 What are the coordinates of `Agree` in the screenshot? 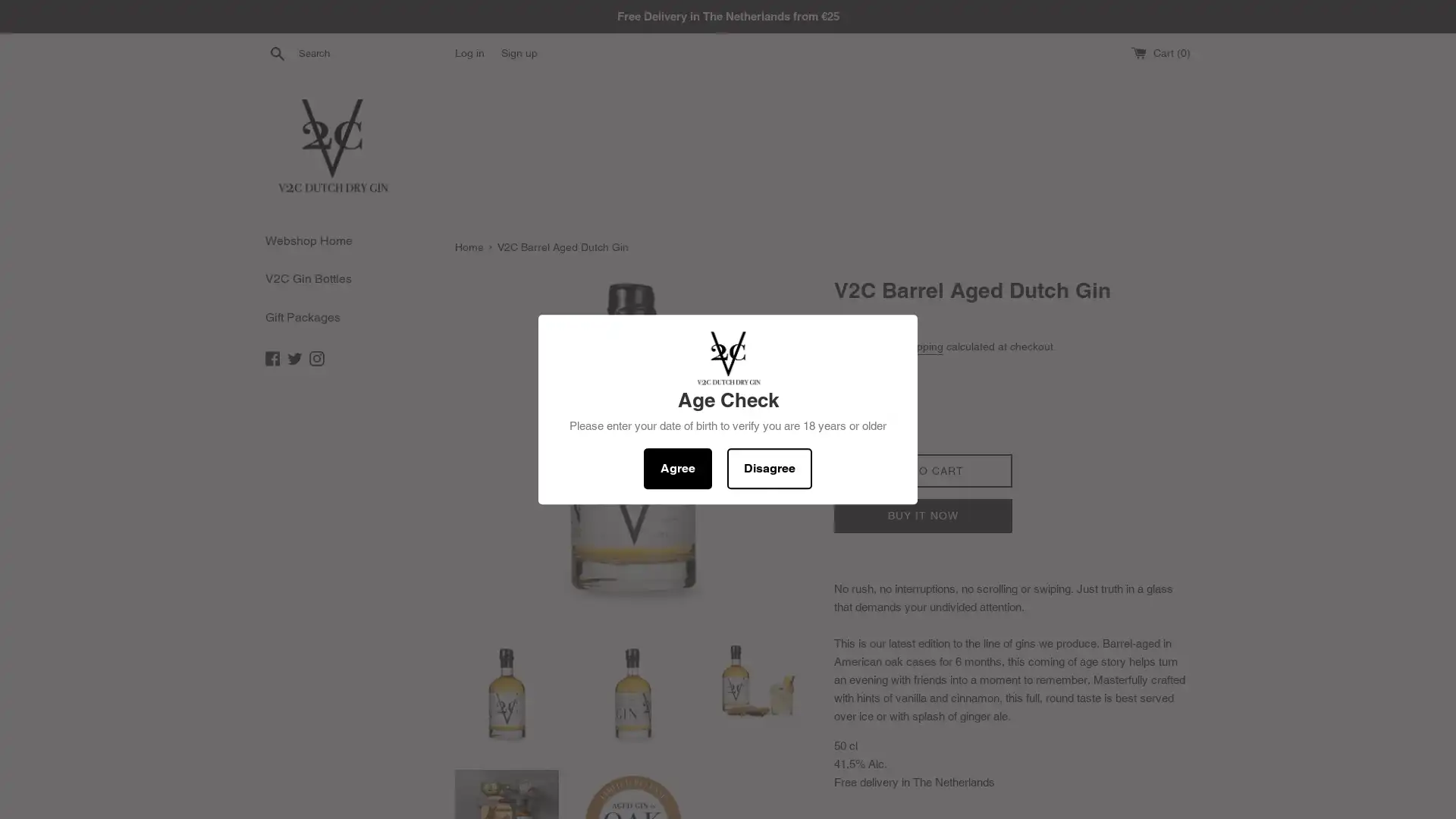 It's located at (676, 467).